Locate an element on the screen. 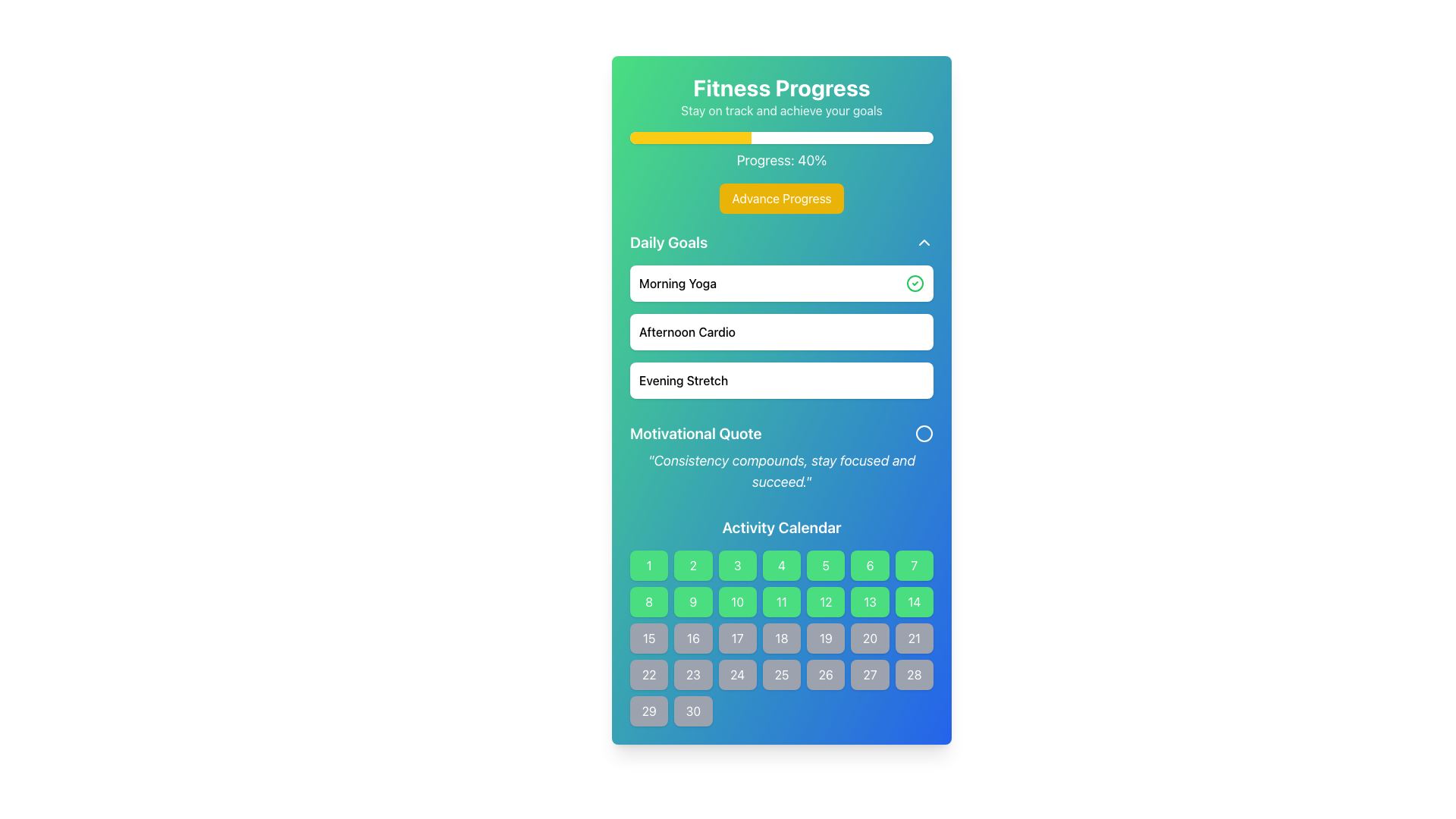 The height and width of the screenshot is (819, 1456). text from the text label that displays 'Motivational Quote', which is styled in bold white font and located below the 'Daily Goals' section is located at coordinates (695, 433).